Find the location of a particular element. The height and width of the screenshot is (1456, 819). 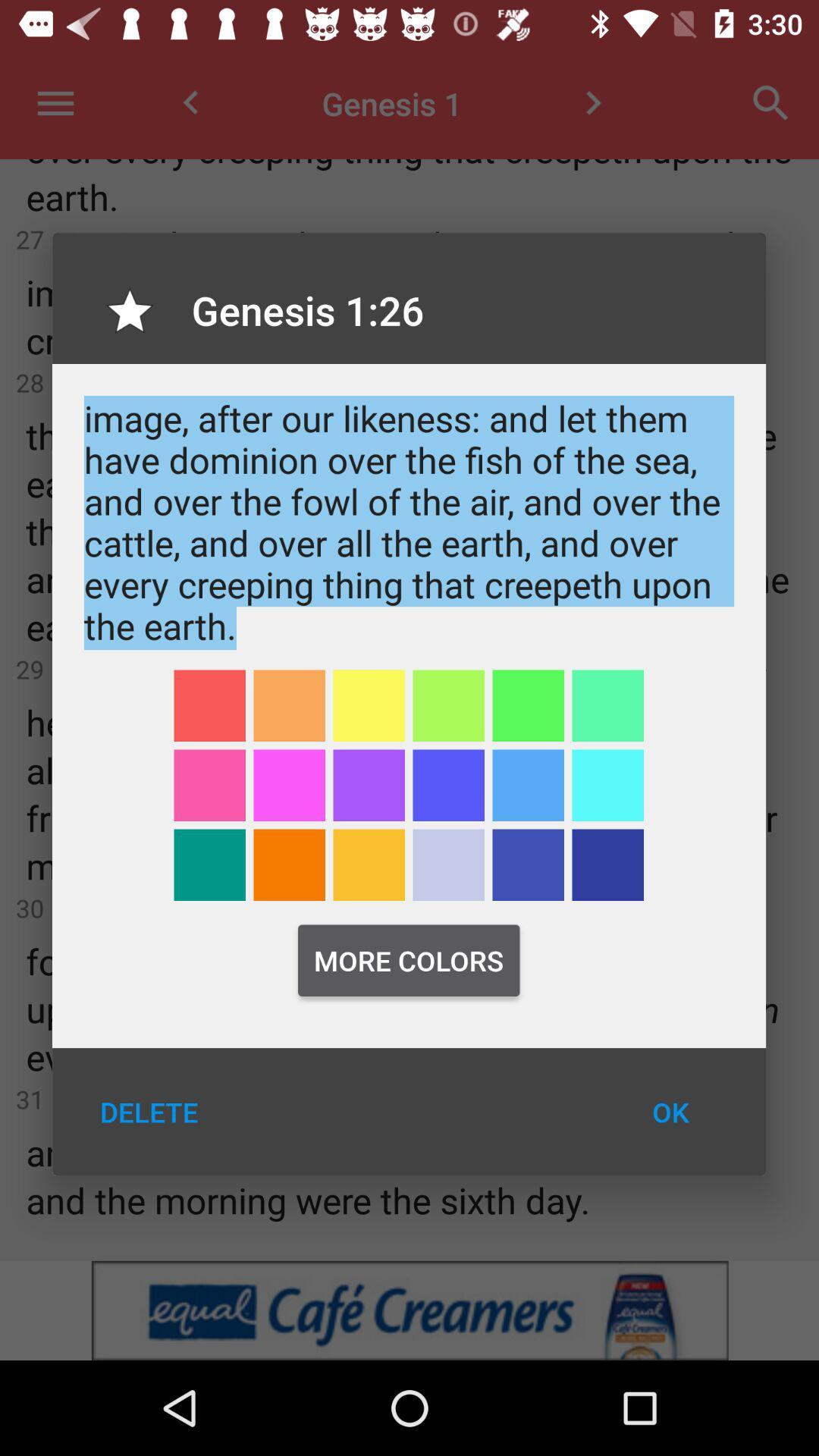

icon below the and god said icon is located at coordinates (527, 704).